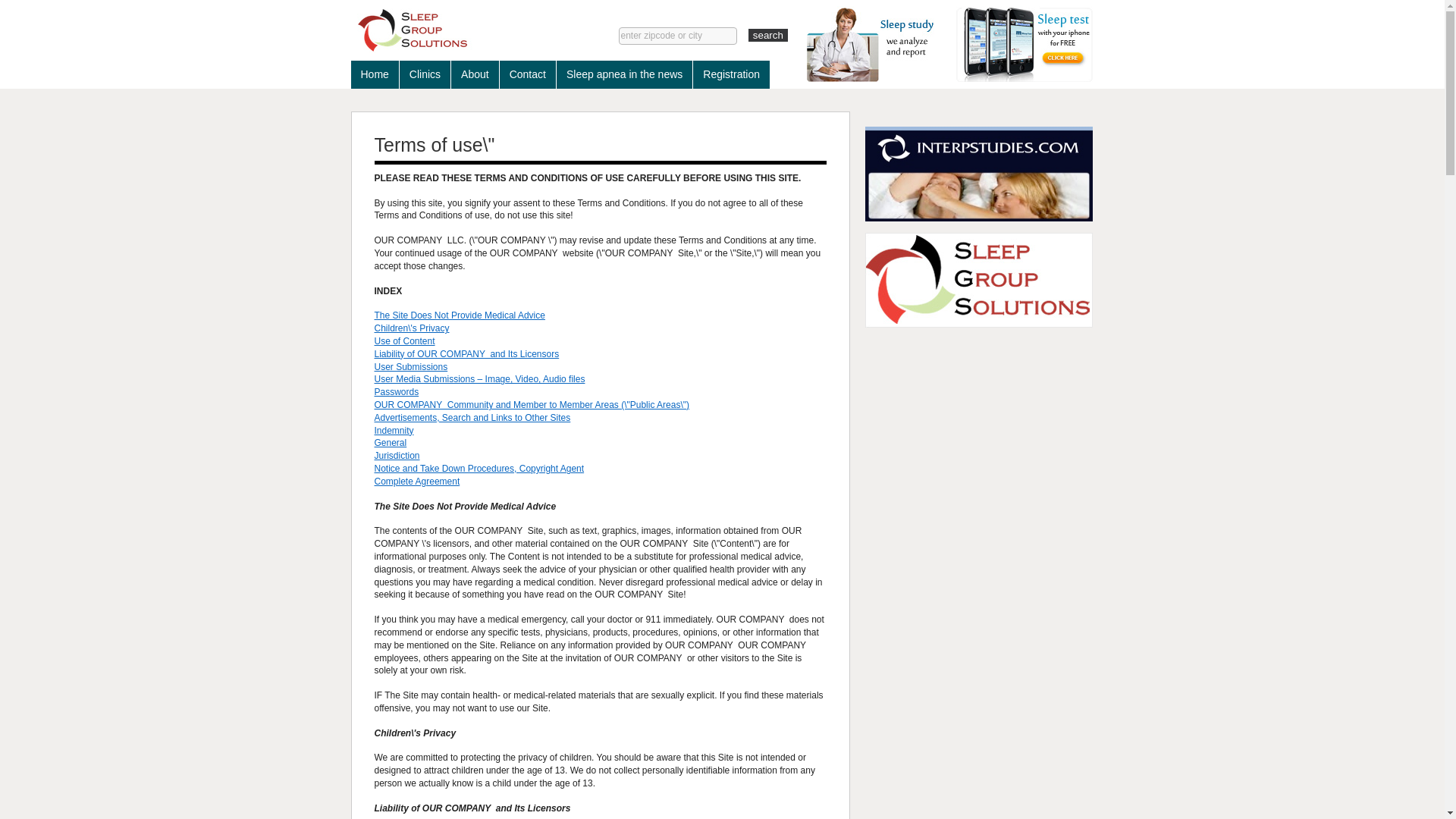 The image size is (1456, 819). What do you see at coordinates (466, 353) in the screenshot?
I see `'Liability of OUR COMPANY  and Its Licensors'` at bounding box center [466, 353].